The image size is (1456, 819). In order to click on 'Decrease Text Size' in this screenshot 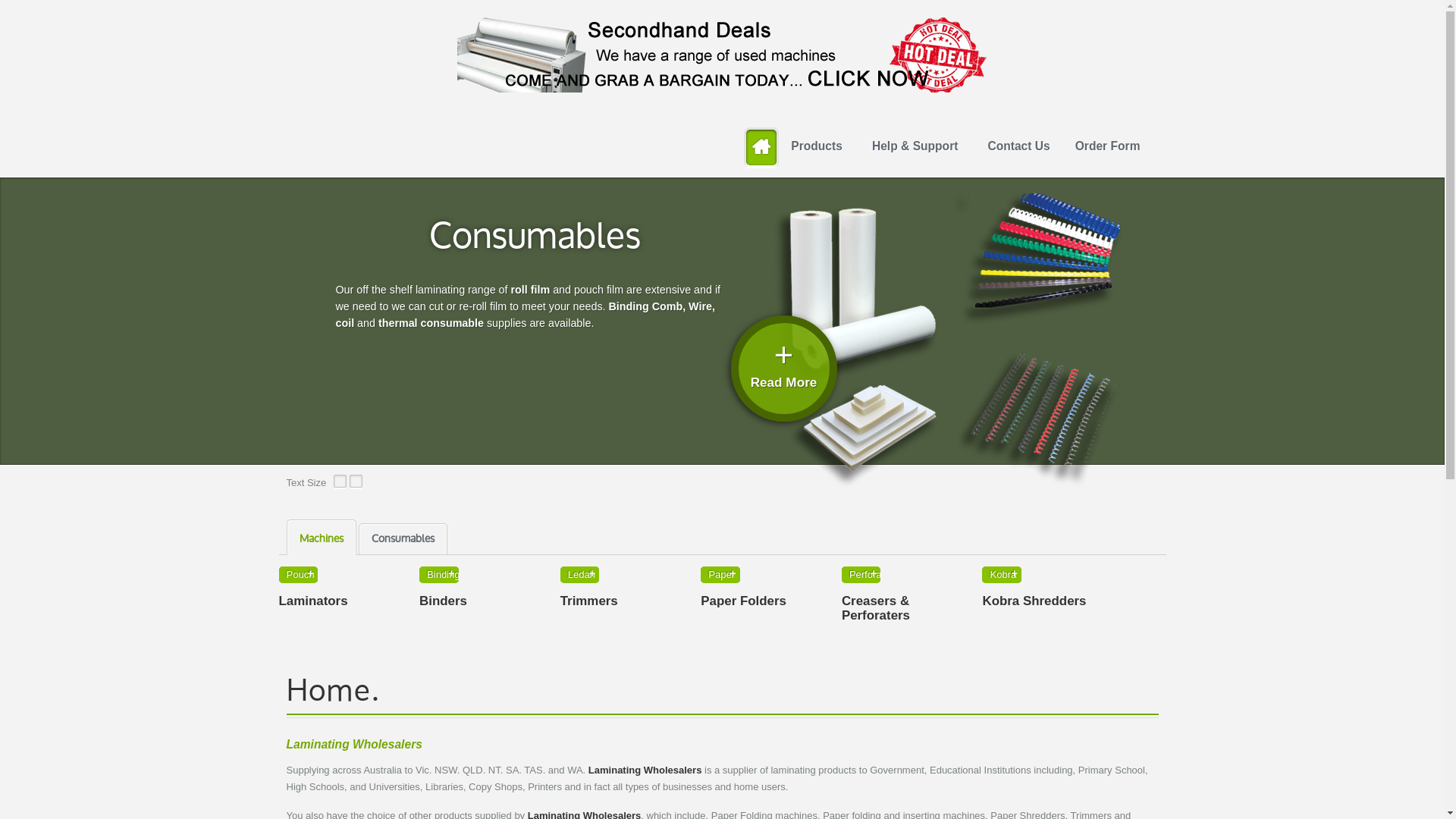, I will do `click(333, 485)`.